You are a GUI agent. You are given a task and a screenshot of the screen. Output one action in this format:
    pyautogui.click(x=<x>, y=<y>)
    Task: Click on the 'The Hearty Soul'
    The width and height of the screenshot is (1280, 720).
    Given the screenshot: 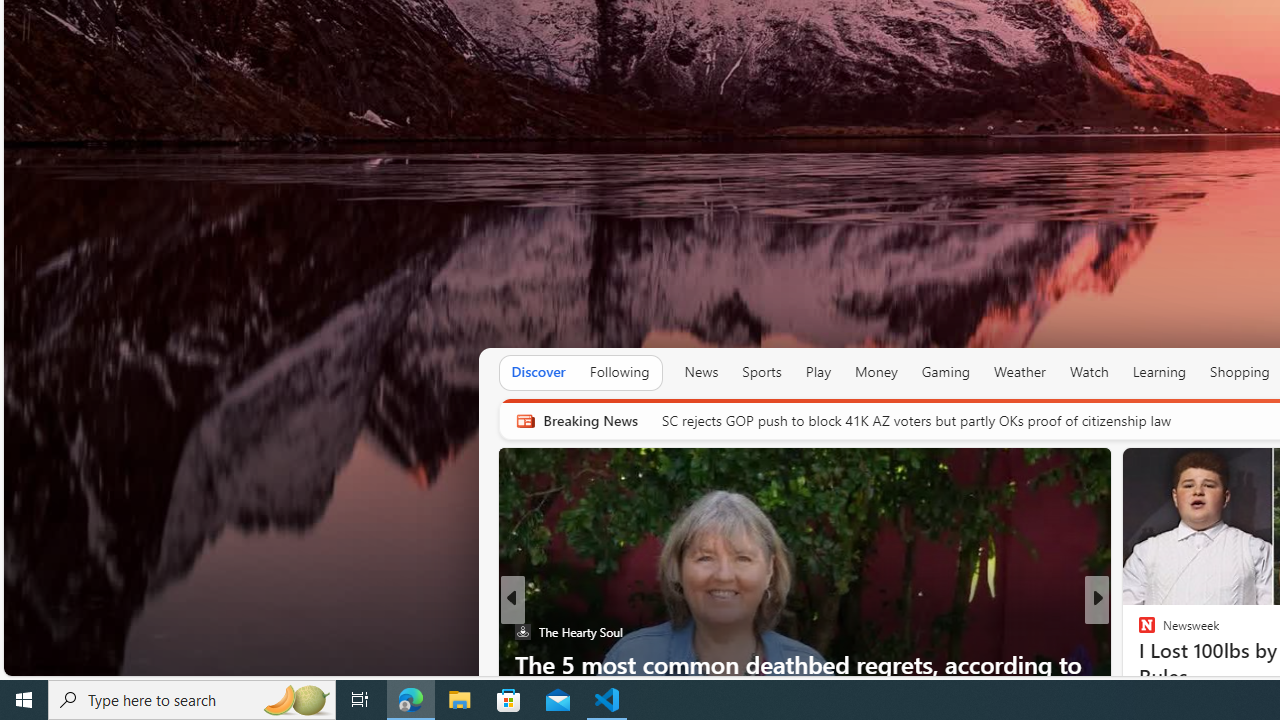 What is the action you would take?
    pyautogui.click(x=522, y=632)
    